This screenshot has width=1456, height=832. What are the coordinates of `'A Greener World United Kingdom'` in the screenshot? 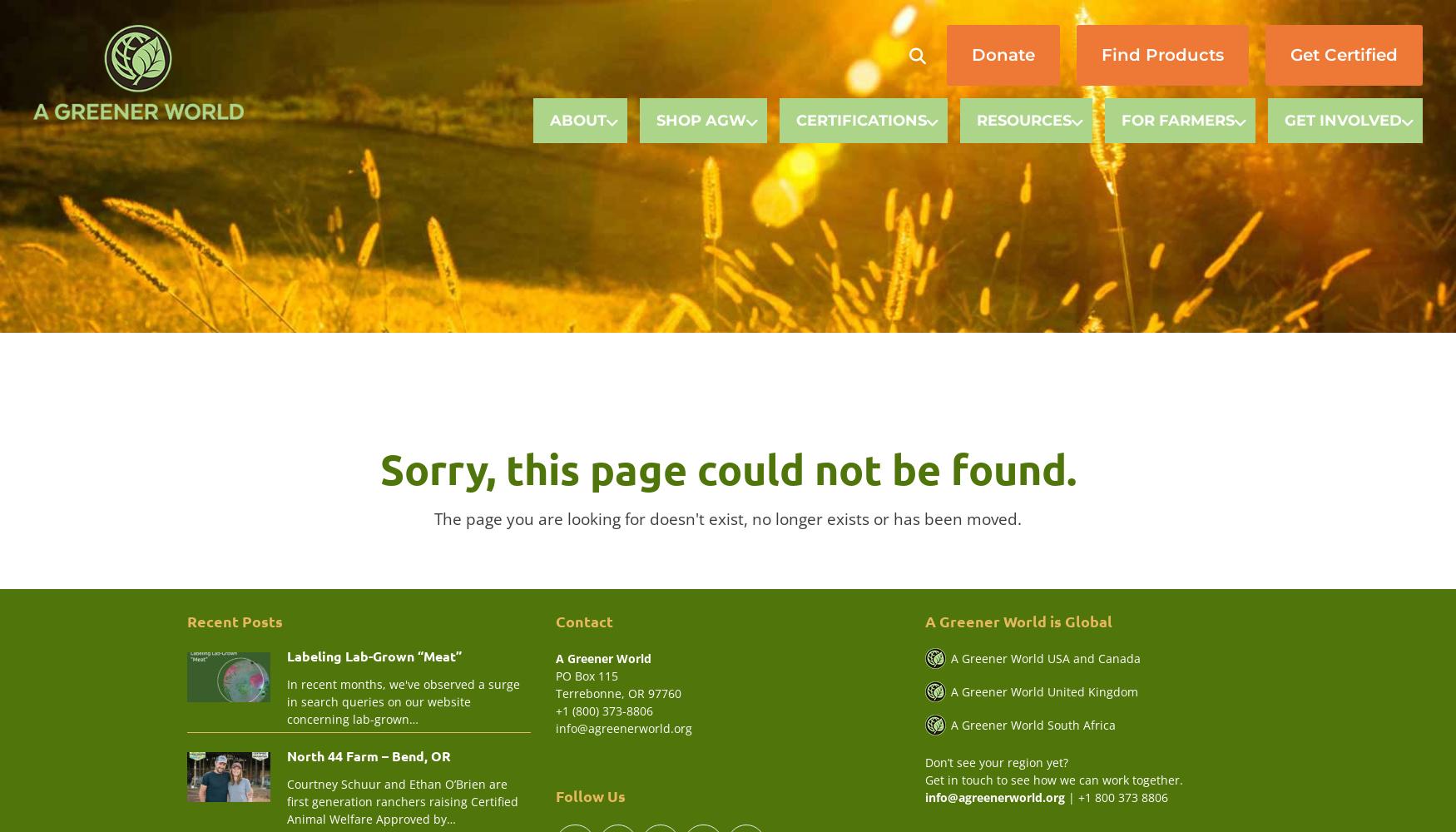 It's located at (1042, 690).